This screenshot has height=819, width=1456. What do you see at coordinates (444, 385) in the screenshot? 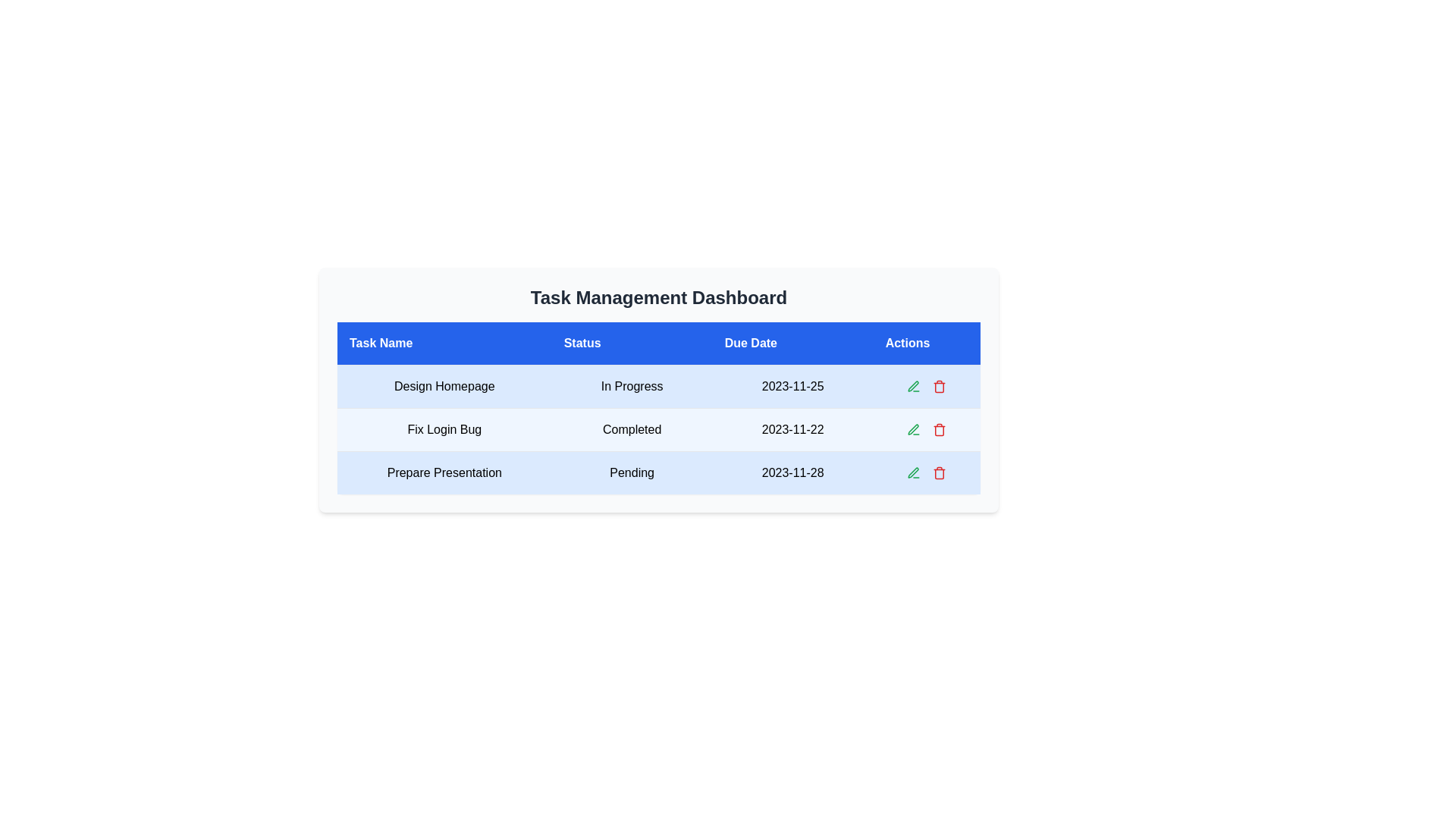
I see `the text label 'Design Homepage' in the first cell of the 'Task Name' column in the 'Task Management Dashboard'` at bounding box center [444, 385].